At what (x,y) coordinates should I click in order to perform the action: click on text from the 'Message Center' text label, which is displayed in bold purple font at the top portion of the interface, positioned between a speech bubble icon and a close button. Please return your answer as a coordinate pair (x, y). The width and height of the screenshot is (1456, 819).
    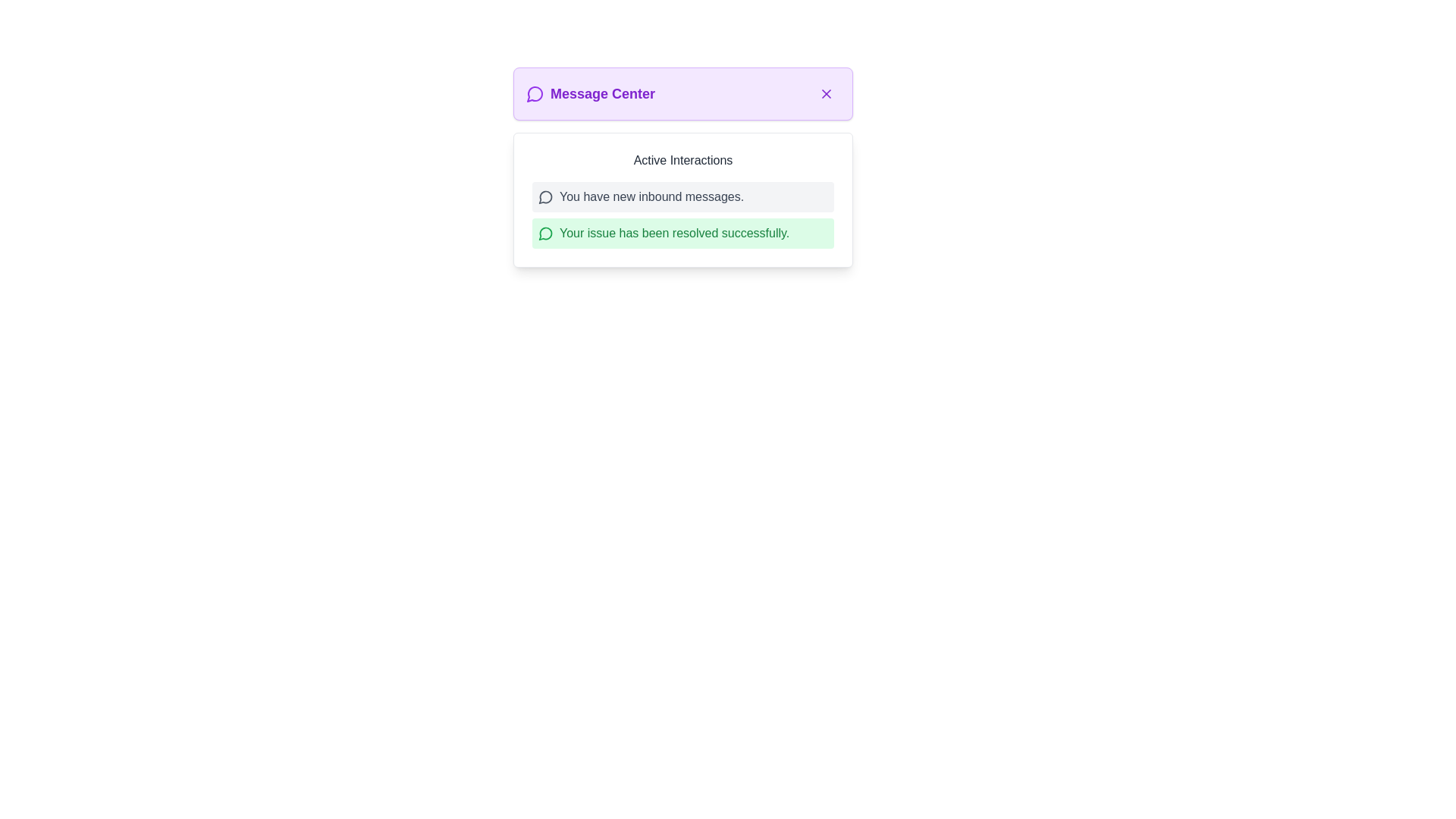
    Looking at the image, I should click on (602, 93).